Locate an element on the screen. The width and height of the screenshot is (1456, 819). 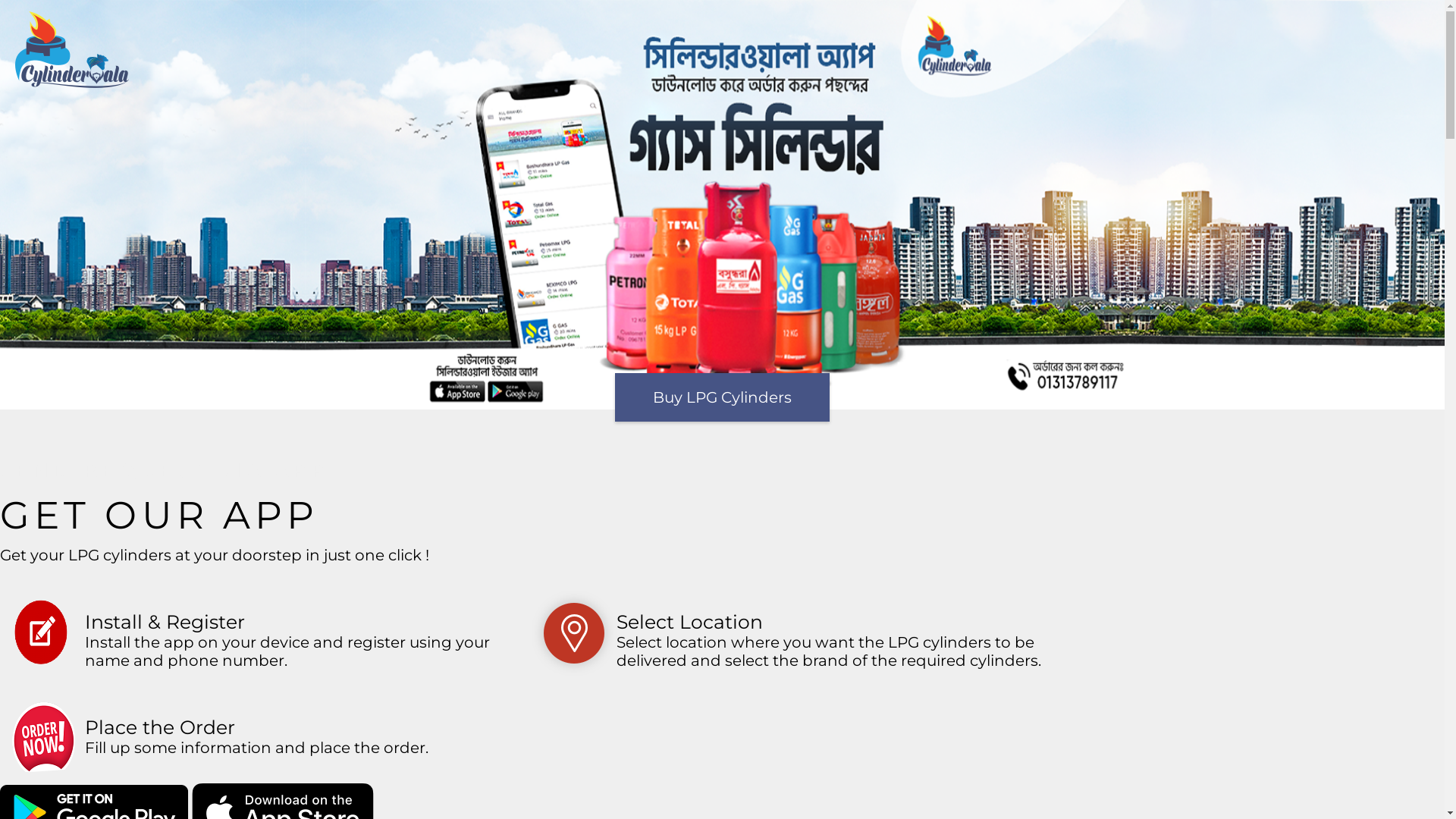
'Buy LPG Cylinders' is located at coordinates (721, 397).